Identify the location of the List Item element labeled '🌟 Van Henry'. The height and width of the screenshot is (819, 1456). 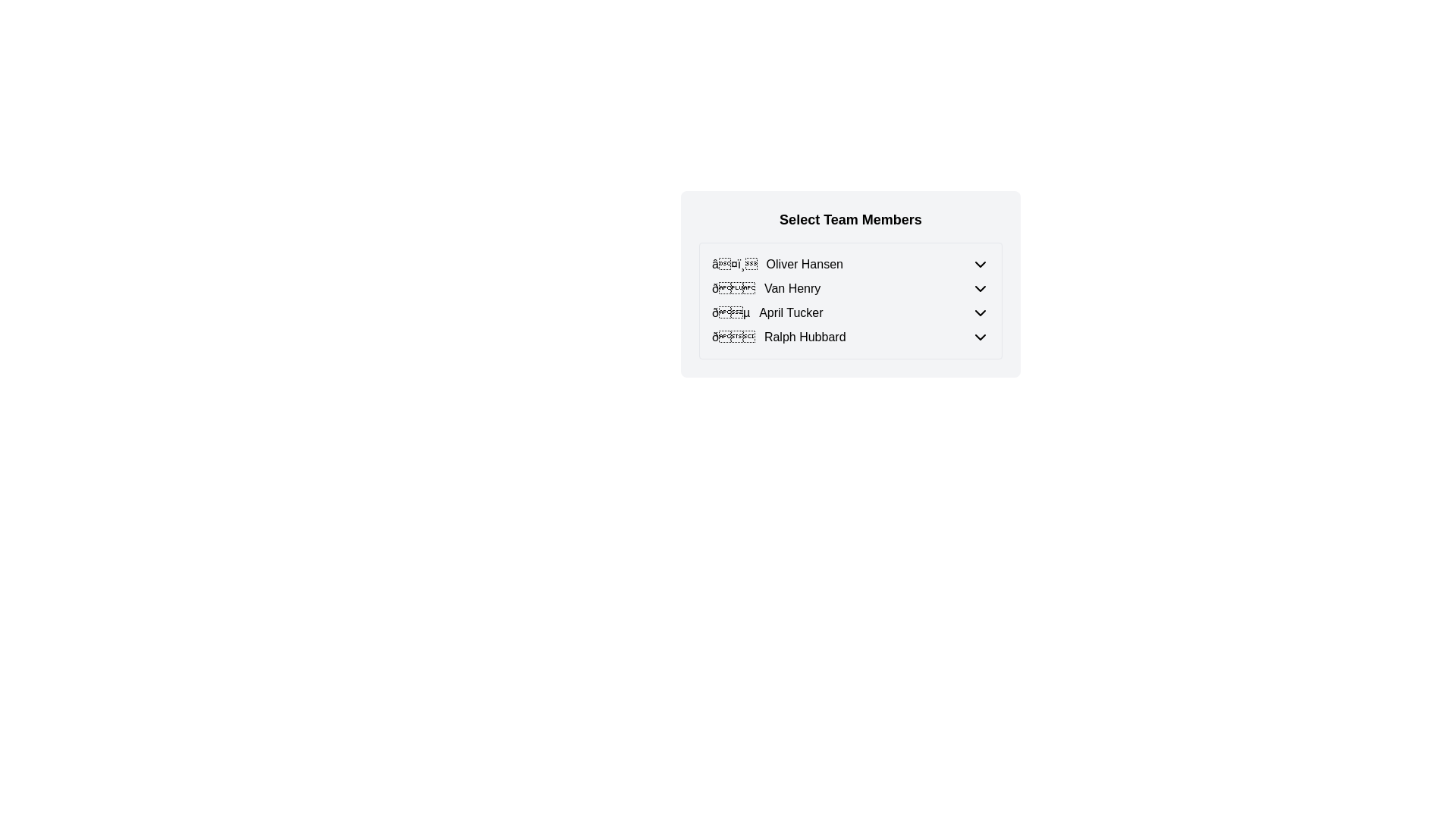
(851, 289).